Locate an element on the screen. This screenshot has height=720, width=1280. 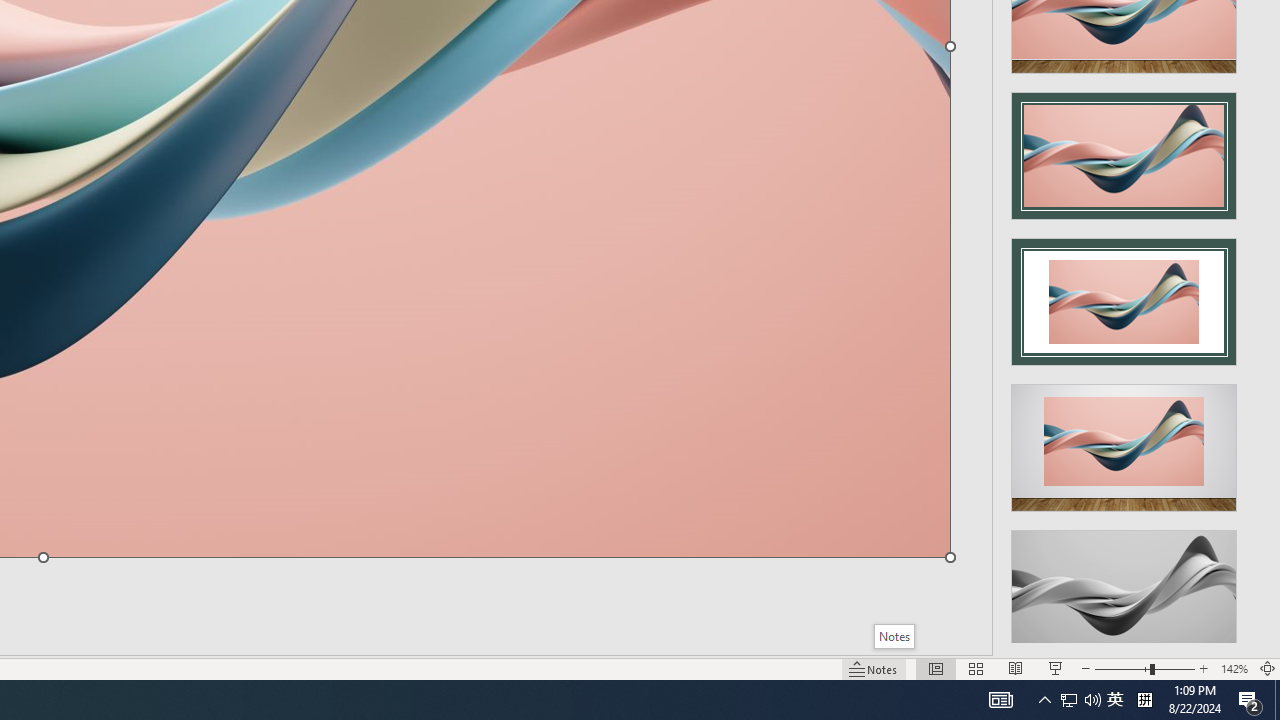
'Zoom 142%' is located at coordinates (1233, 669).